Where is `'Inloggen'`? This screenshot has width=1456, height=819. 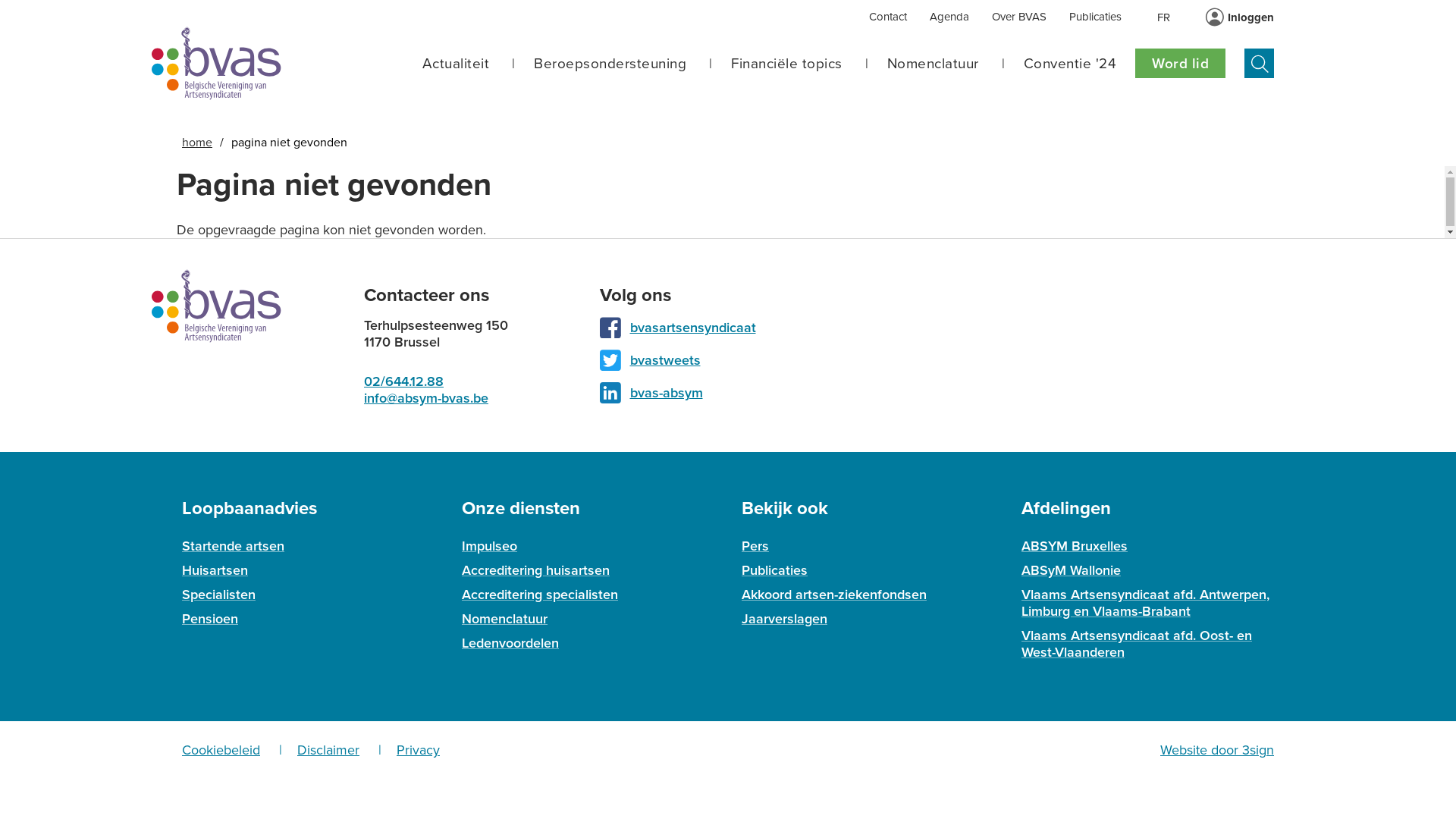
'Inloggen' is located at coordinates (1250, 17).